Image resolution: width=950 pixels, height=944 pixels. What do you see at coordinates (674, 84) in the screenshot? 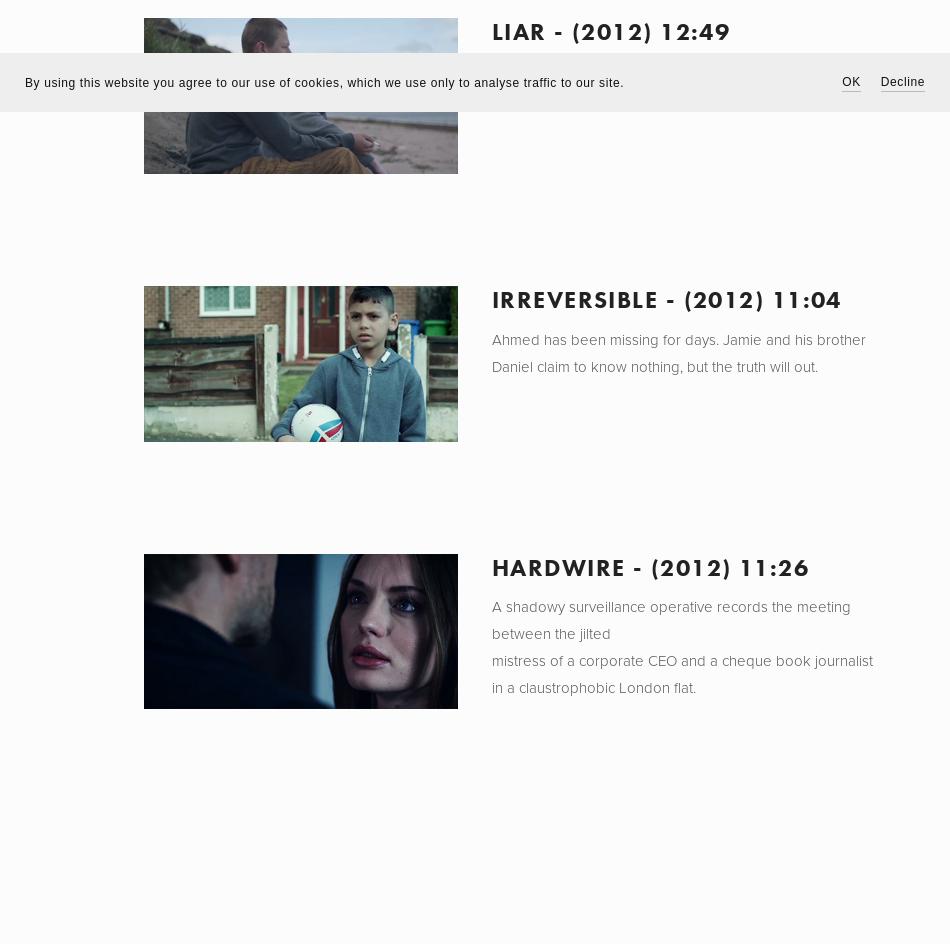
I see `'Jamie adores his big brother Donald but is beginning to question his tales of their absent father.'` at bounding box center [674, 84].